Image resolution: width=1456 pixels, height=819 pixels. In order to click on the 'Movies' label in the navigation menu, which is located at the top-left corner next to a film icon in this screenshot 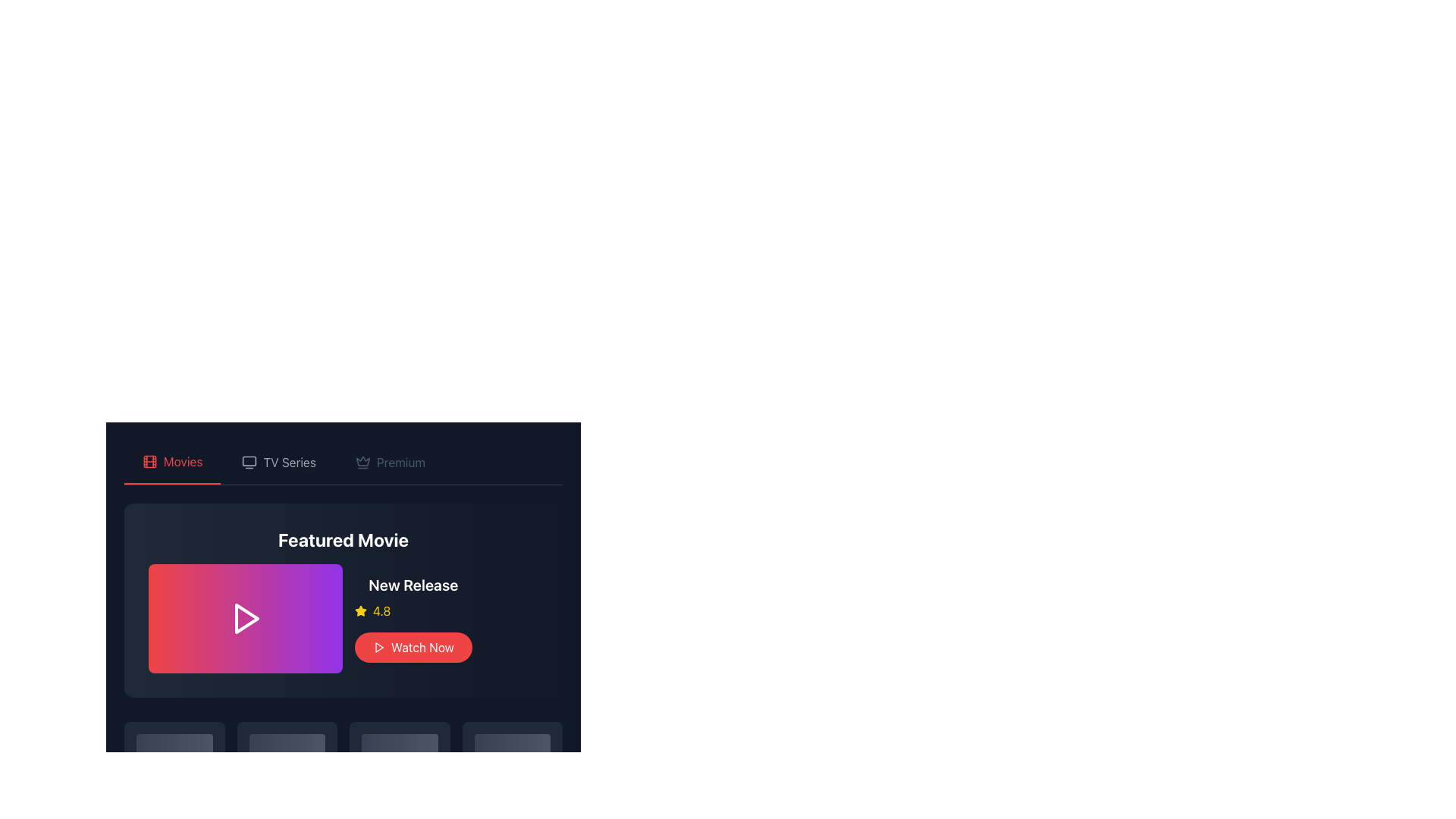, I will do `click(182, 461)`.